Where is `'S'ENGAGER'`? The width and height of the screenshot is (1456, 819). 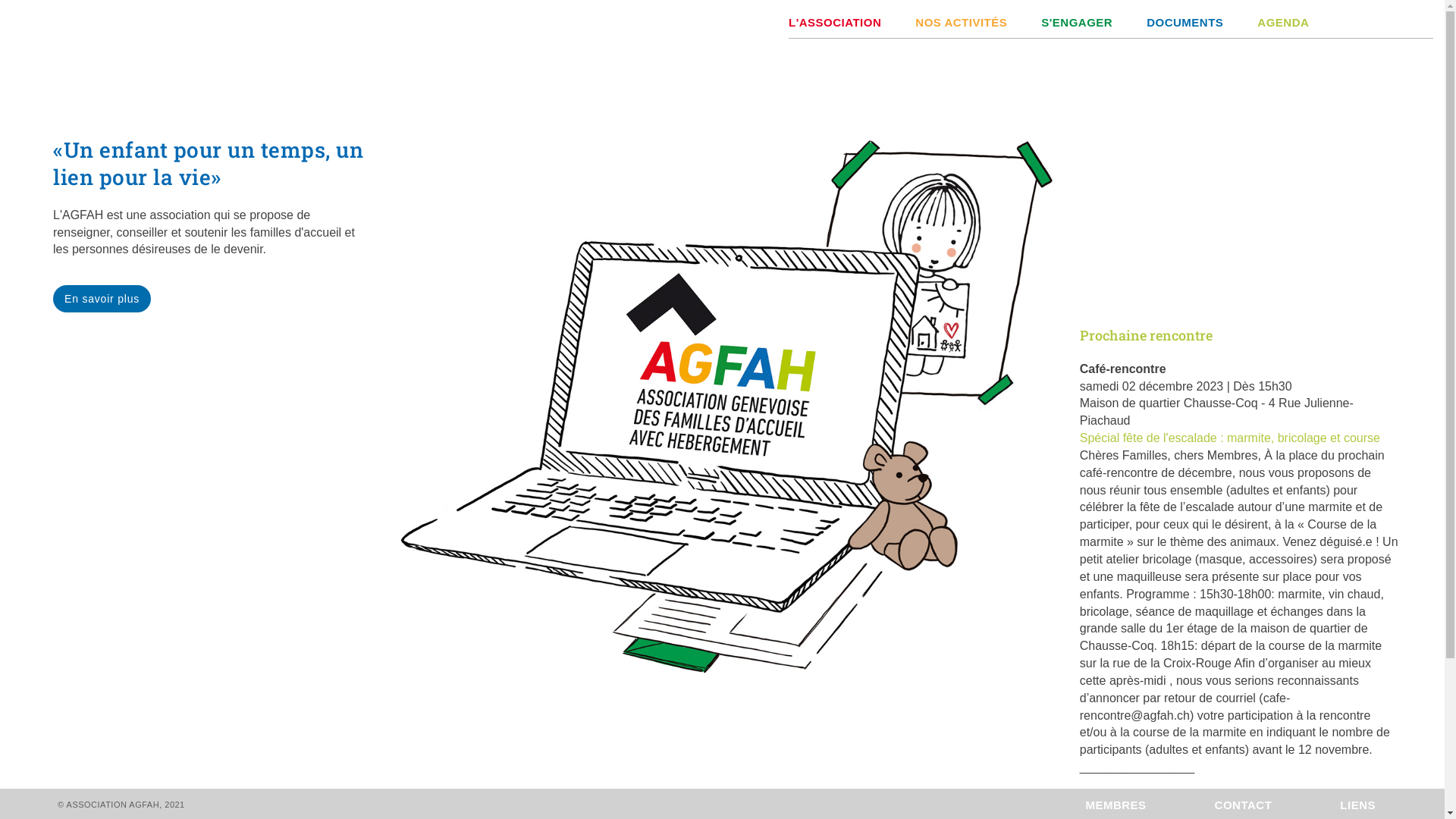
'S'ENGAGER' is located at coordinates (1059, 18).